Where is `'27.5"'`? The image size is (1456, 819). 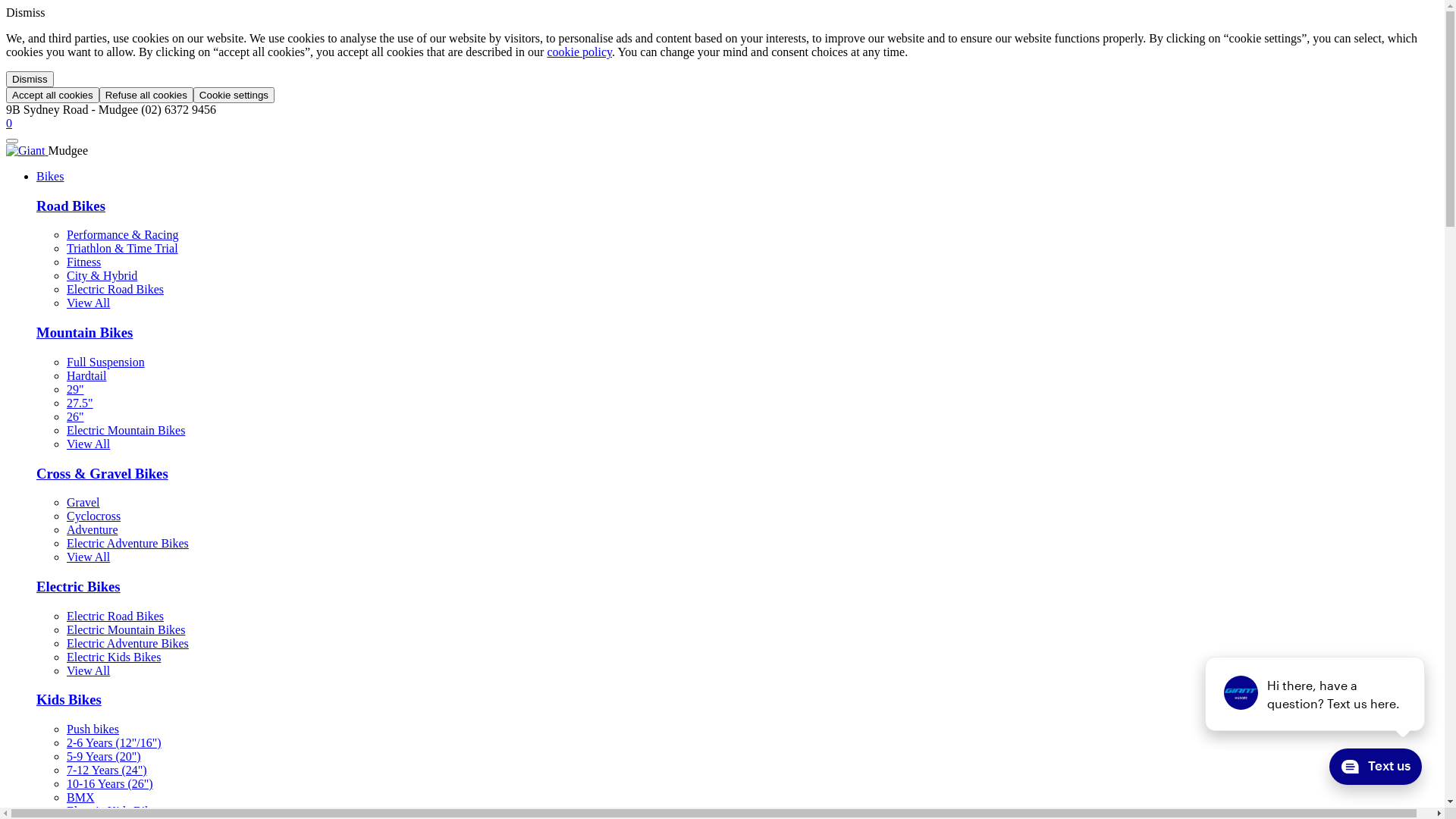 '27.5"' is located at coordinates (79, 402).